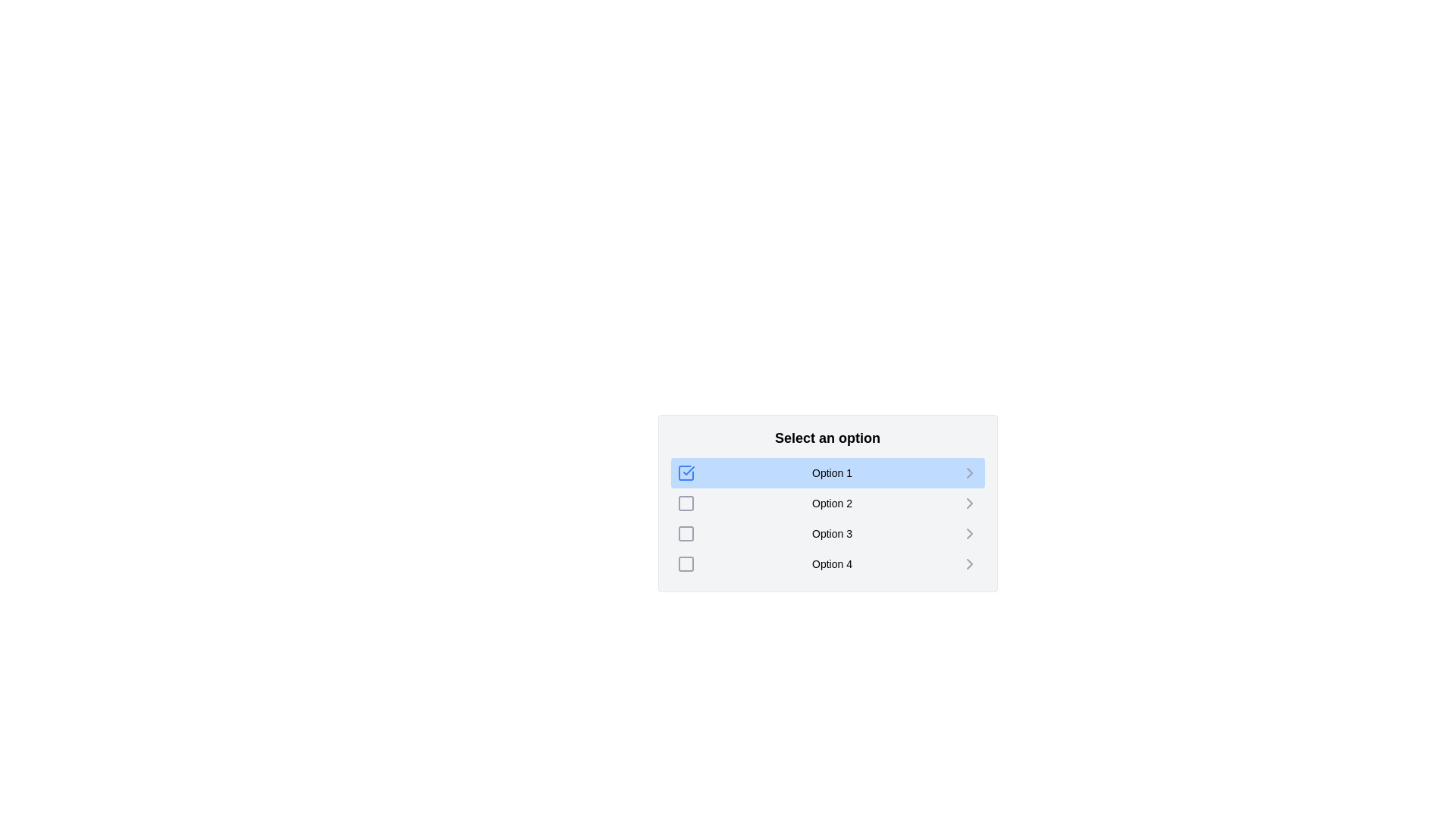  Describe the element at coordinates (827, 503) in the screenshot. I see `the second option in the list, which contains a checkbox and an icon, located under the 'Select an option' header` at that location.